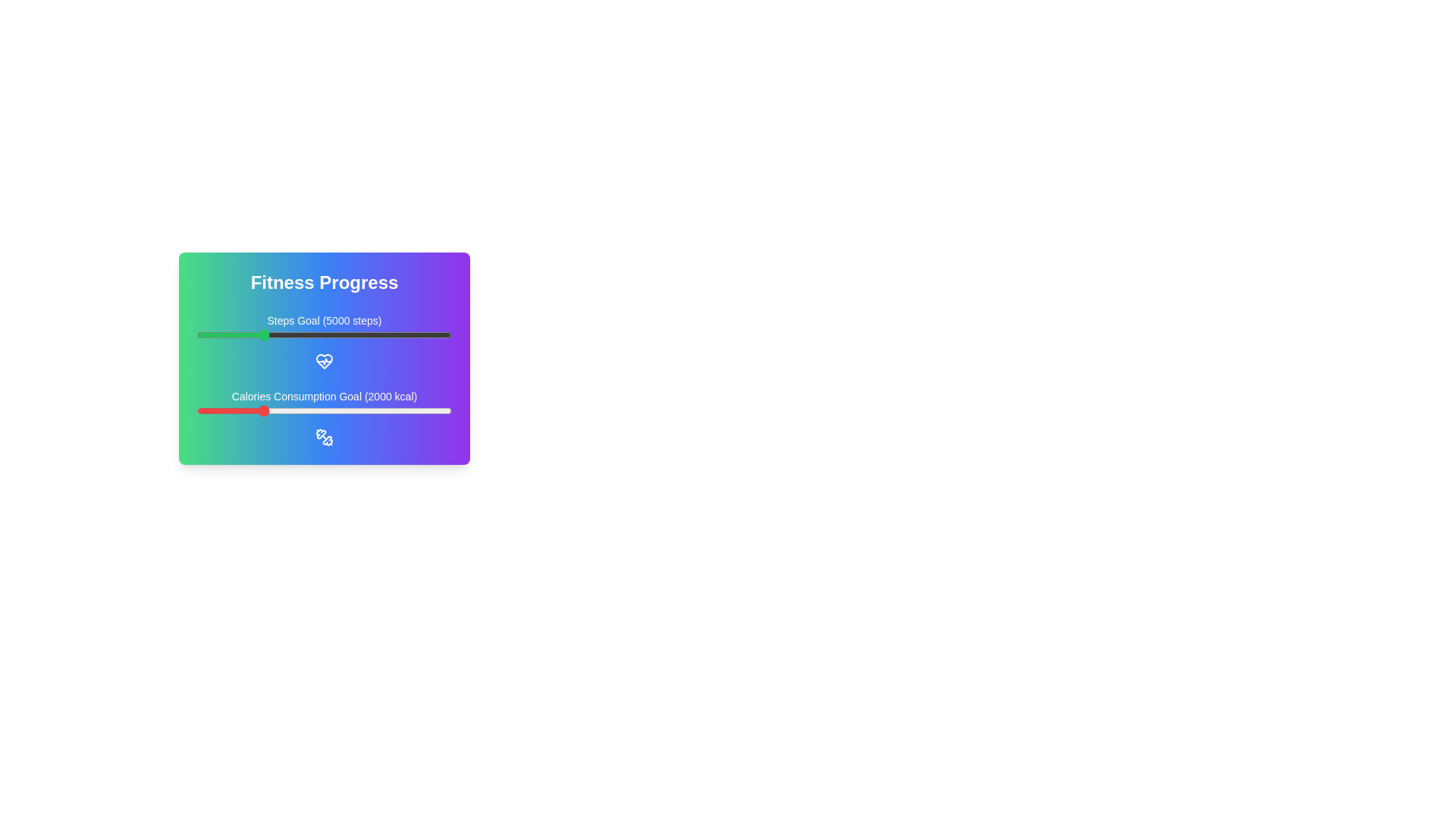 The image size is (1456, 819). Describe the element at coordinates (423, 334) in the screenshot. I see `the steps goal` at that location.